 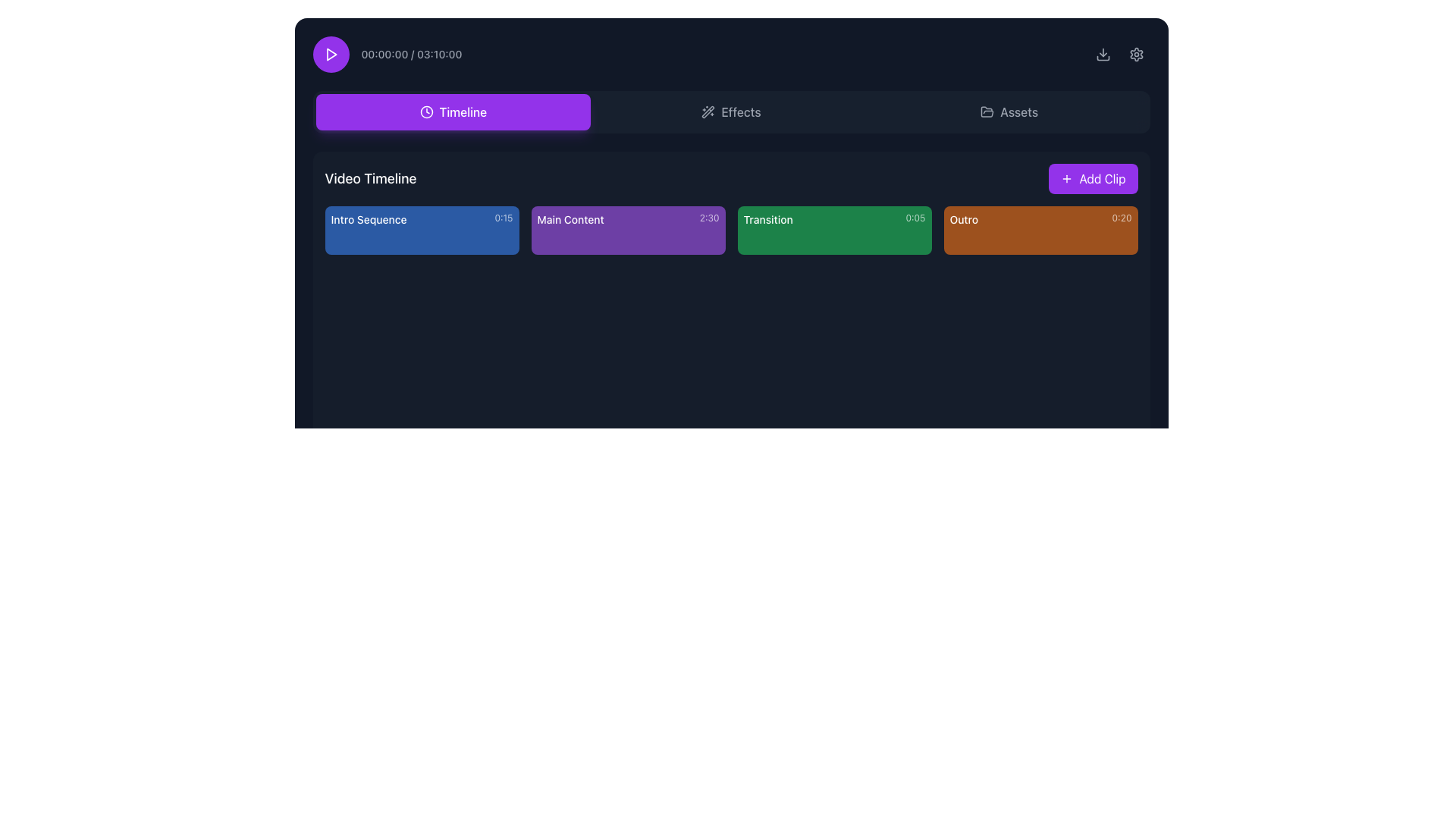 What do you see at coordinates (1040, 231) in the screenshot?
I see `the rectangular button with a light orange background labeled 'Outro' to interact with it` at bounding box center [1040, 231].